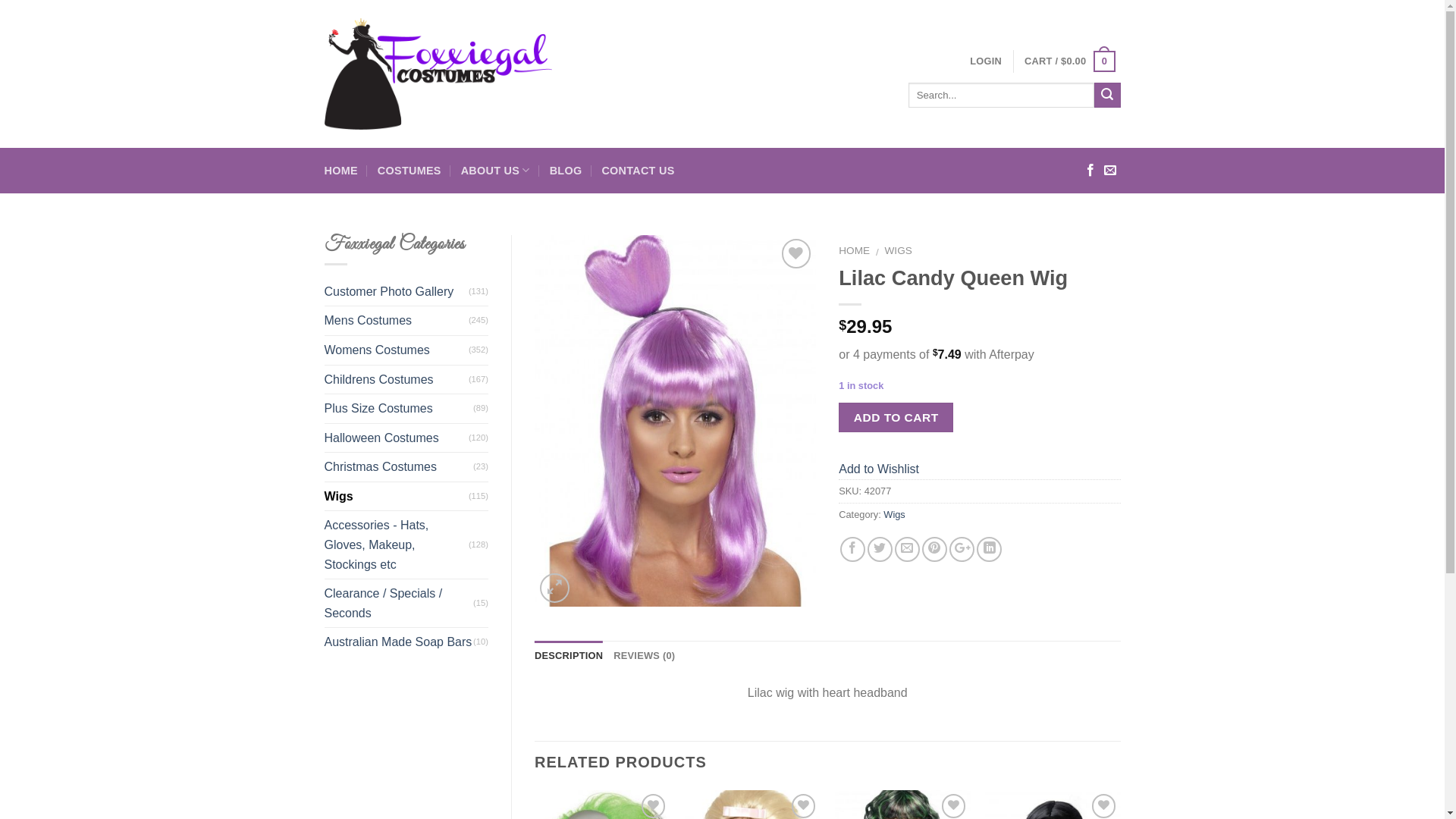 The height and width of the screenshot is (819, 1456). I want to click on 'WIGS', so click(899, 249).